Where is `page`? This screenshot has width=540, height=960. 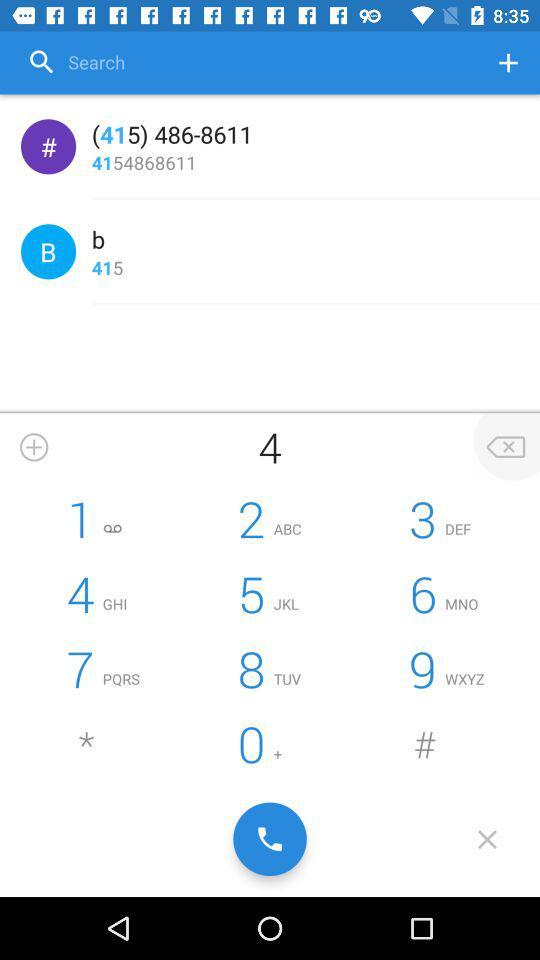
page is located at coordinates (486, 839).